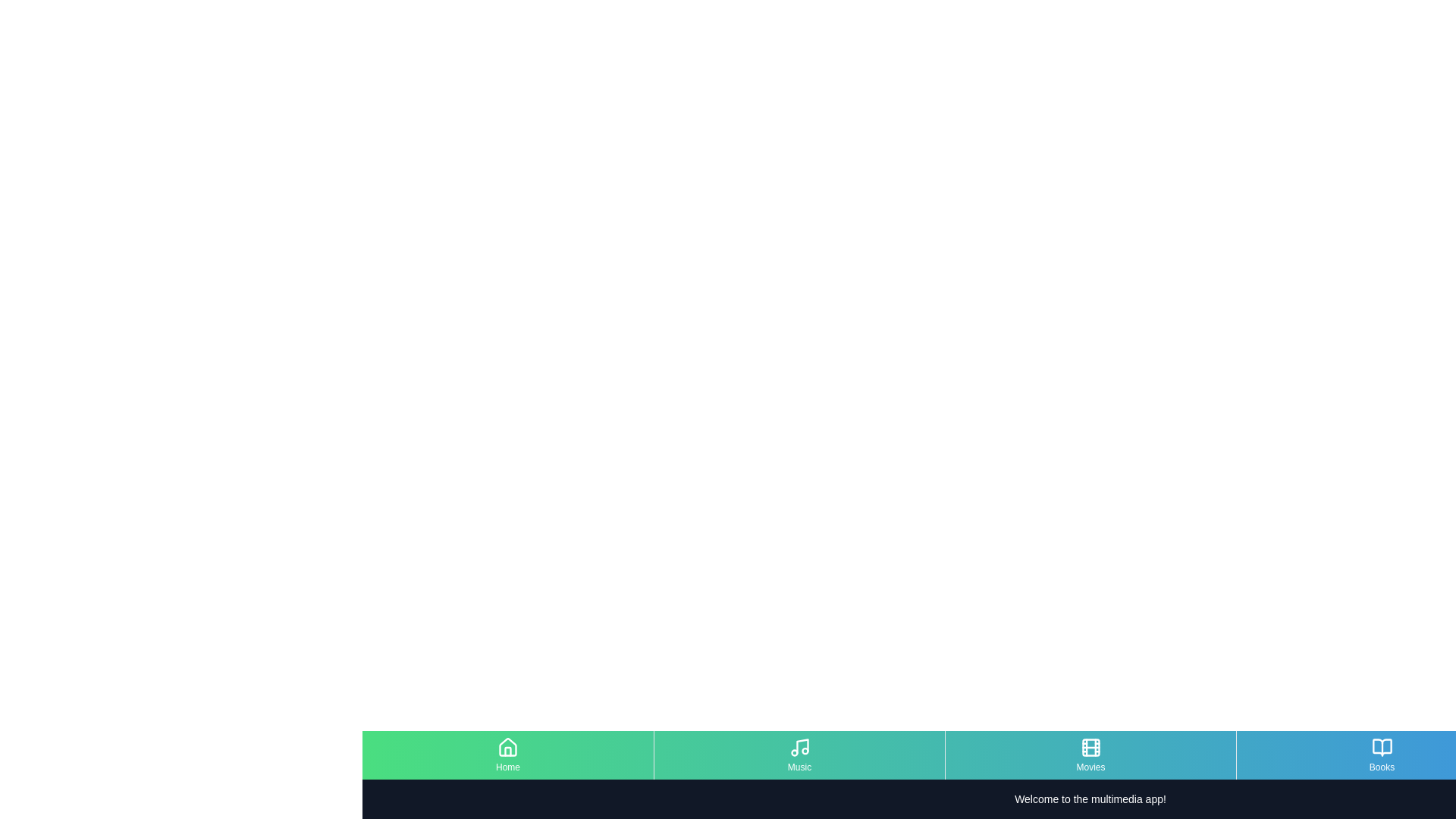 The image size is (1456, 819). Describe the element at coordinates (1382, 755) in the screenshot. I see `the menu item Books to navigate to its content` at that location.